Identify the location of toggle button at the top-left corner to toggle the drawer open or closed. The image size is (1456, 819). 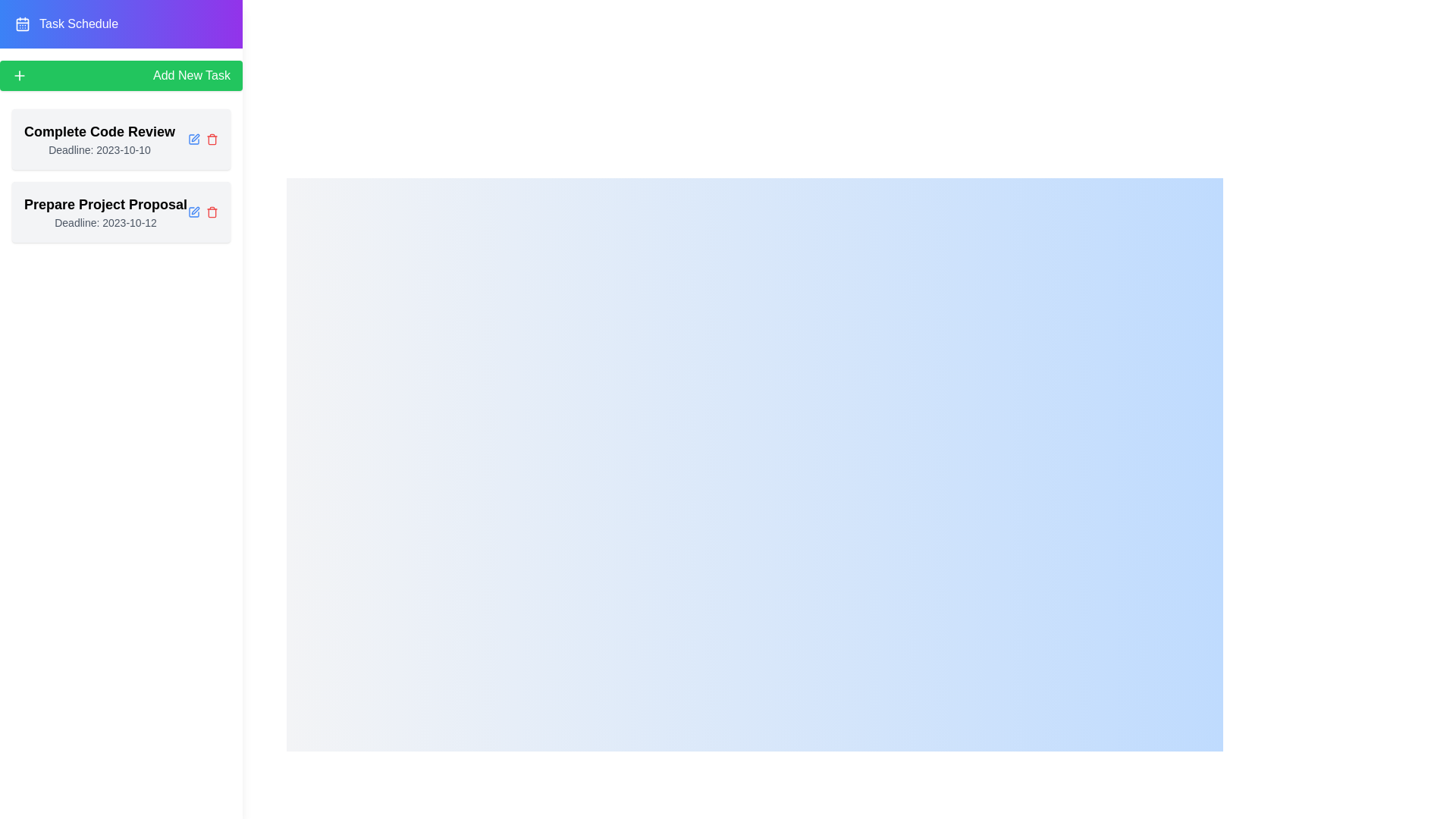
(35, 34).